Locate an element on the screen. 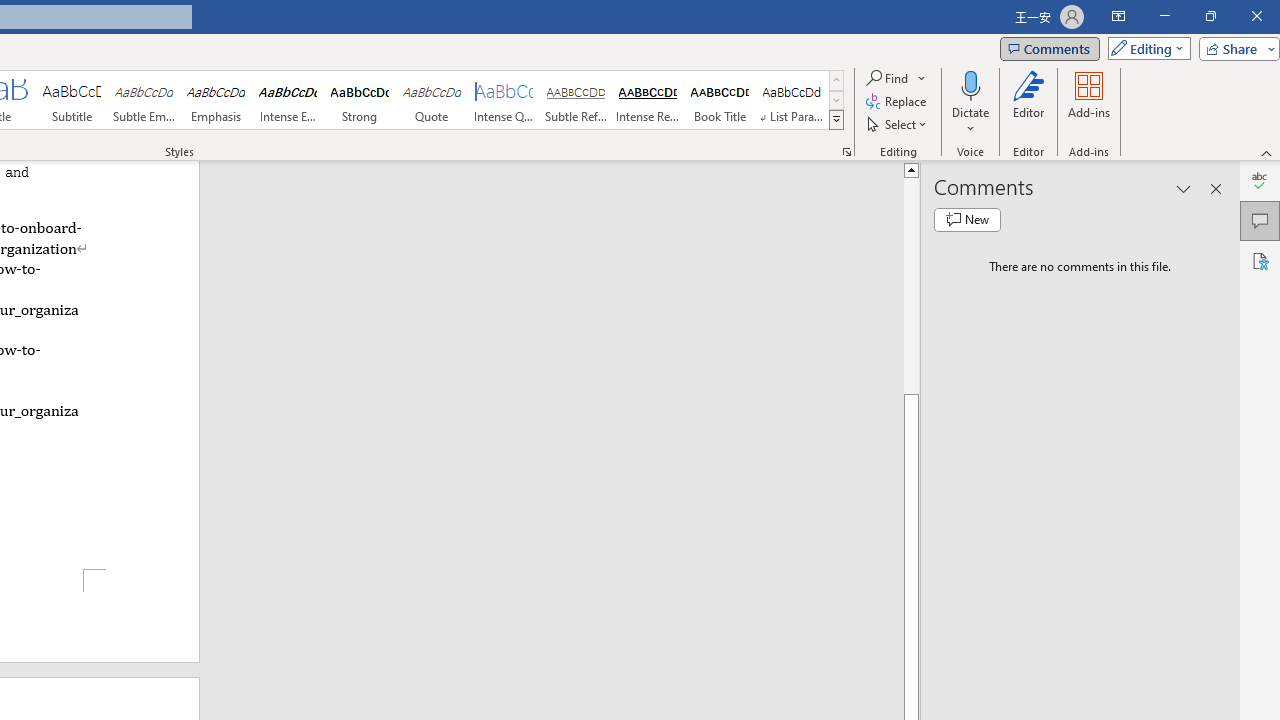  'Strong' is located at coordinates (359, 100).